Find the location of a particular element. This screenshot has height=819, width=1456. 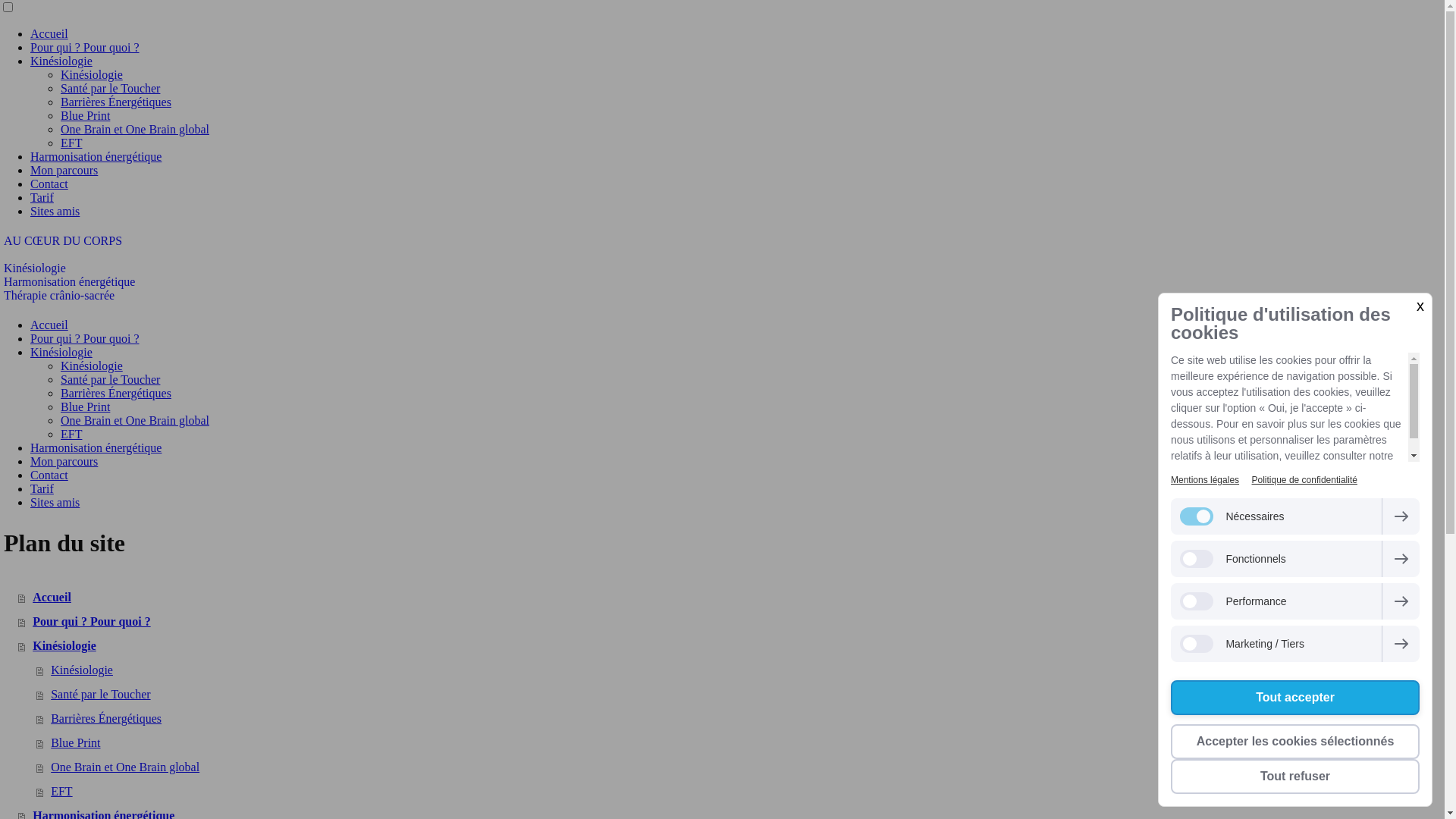

'Tout refuser' is located at coordinates (1294, 776).